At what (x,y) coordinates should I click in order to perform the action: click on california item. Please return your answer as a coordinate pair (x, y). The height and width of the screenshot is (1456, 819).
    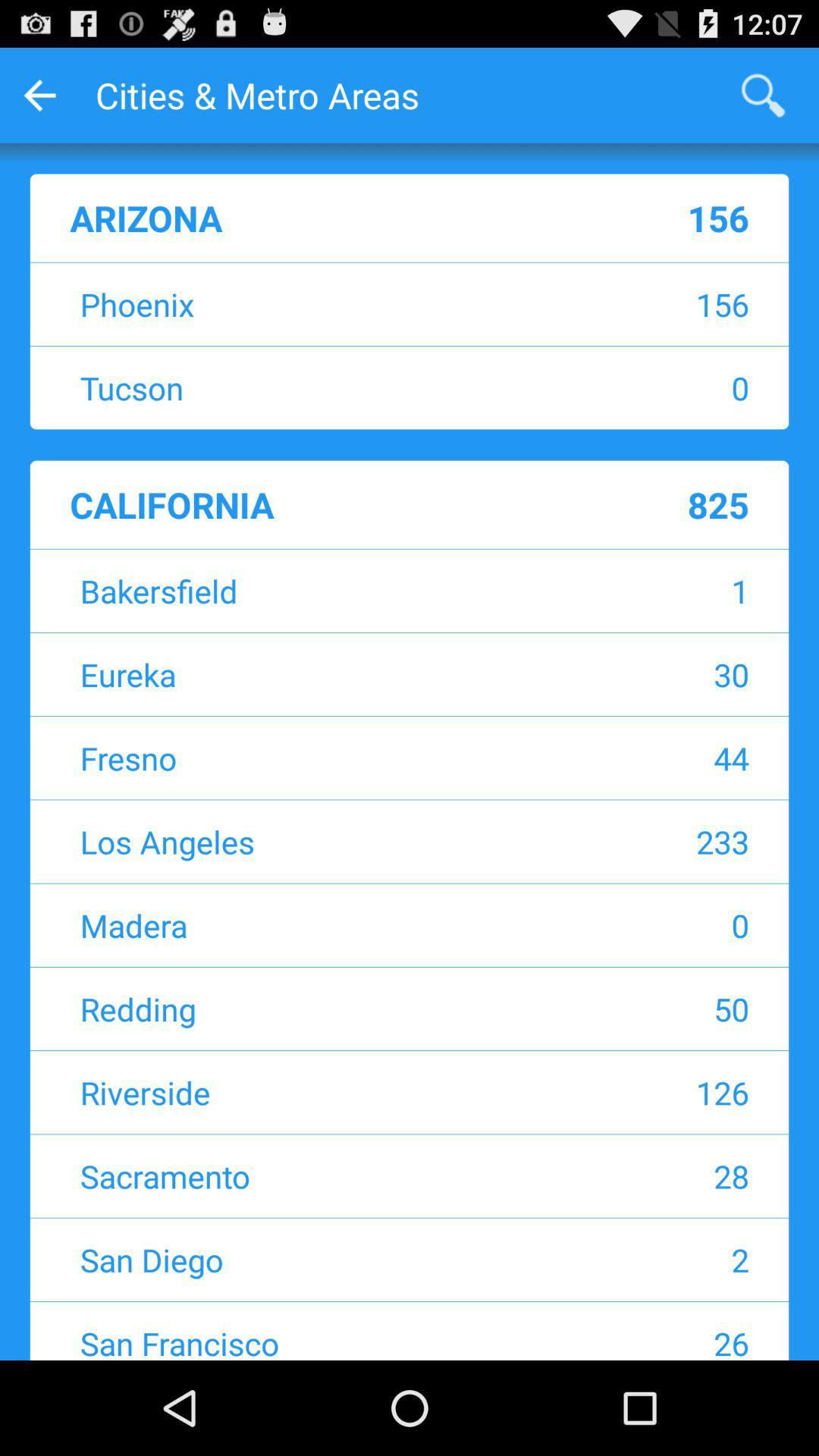
    Looking at the image, I should click on (309, 504).